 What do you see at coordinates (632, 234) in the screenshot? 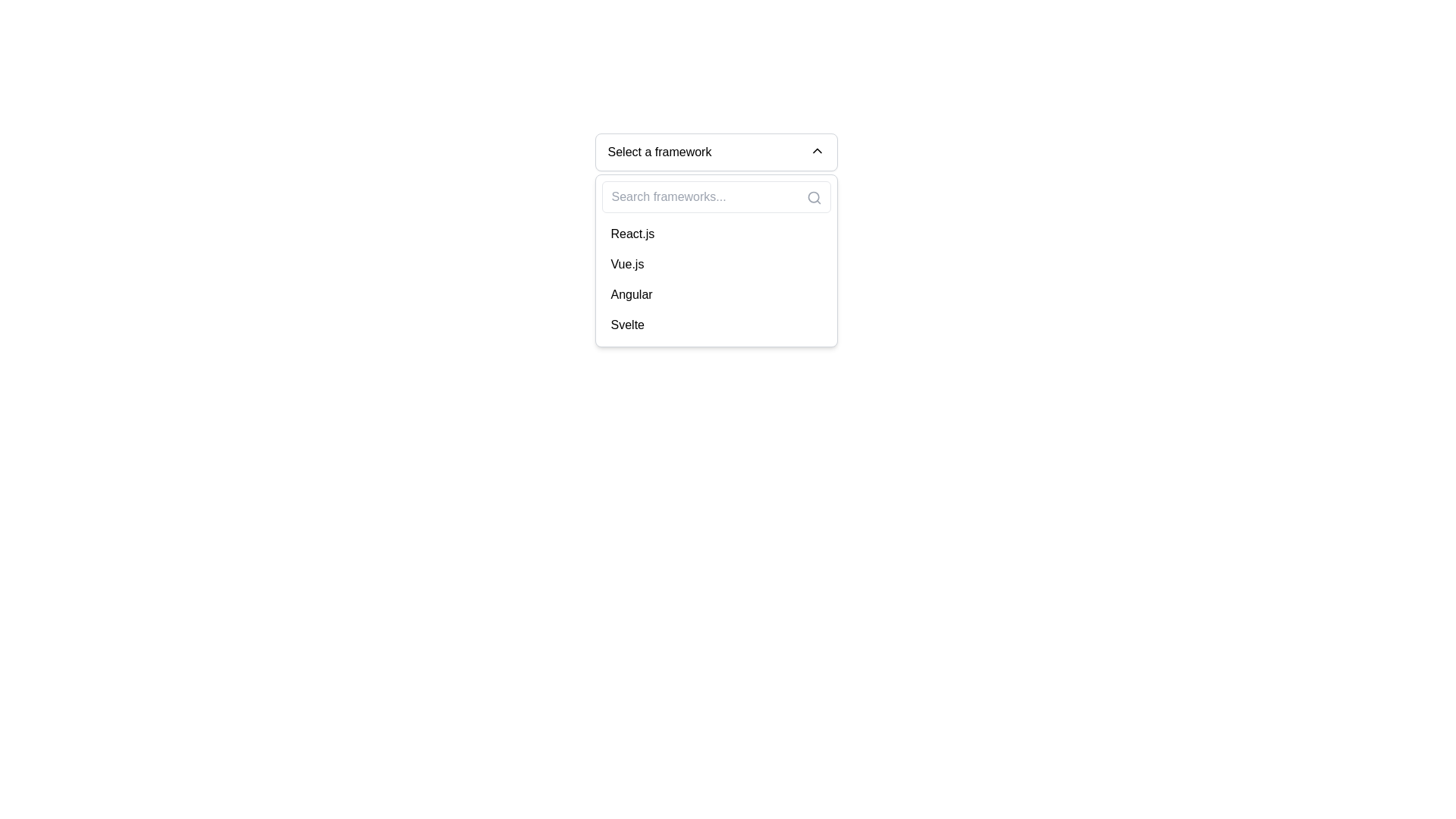
I see `the 'React.js' option in the dropdown menu located under the search bar, which is the first item in the list` at bounding box center [632, 234].